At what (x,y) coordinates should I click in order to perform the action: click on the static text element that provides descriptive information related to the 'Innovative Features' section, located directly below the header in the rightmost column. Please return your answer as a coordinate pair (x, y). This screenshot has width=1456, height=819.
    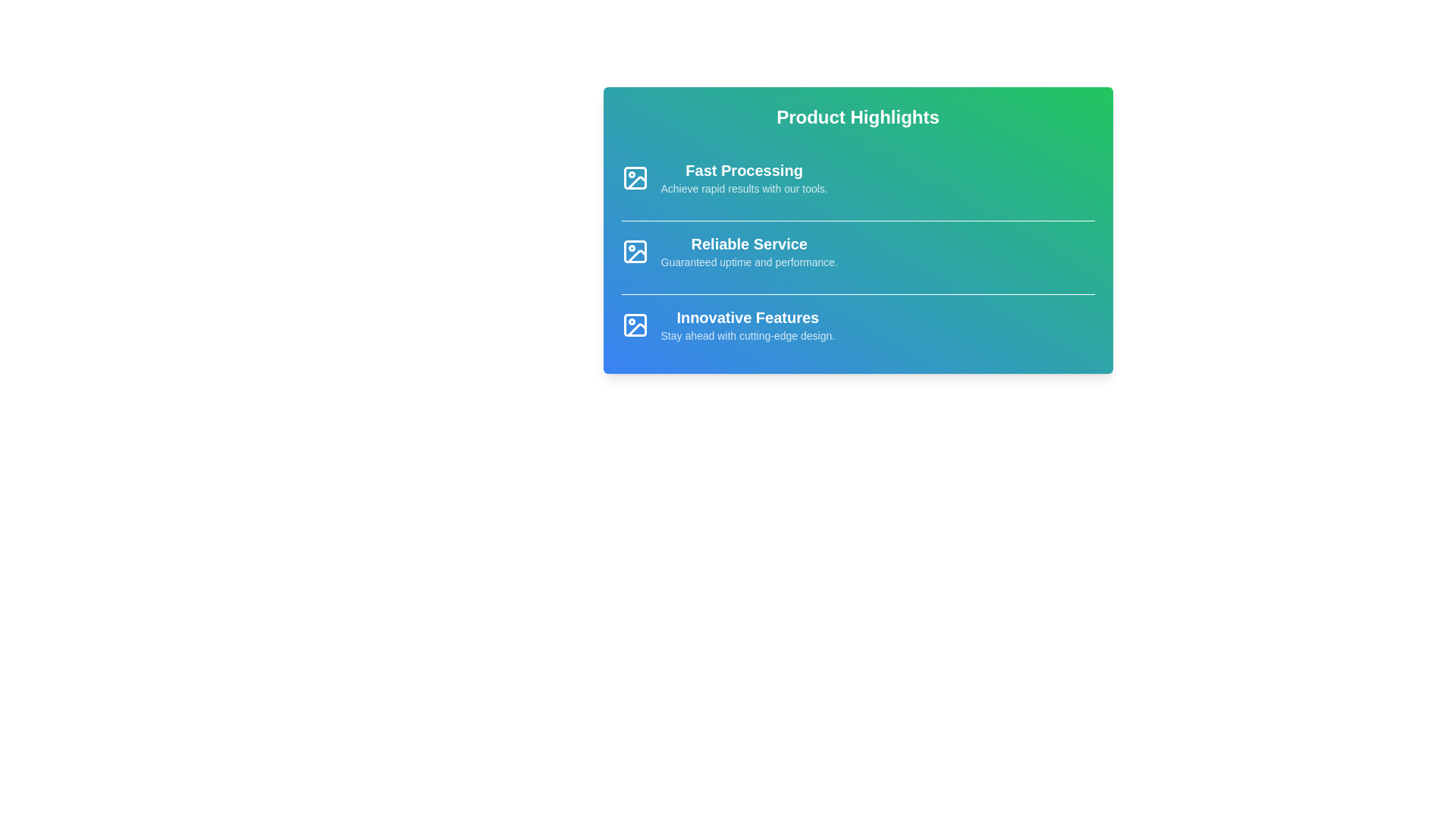
    Looking at the image, I should click on (748, 335).